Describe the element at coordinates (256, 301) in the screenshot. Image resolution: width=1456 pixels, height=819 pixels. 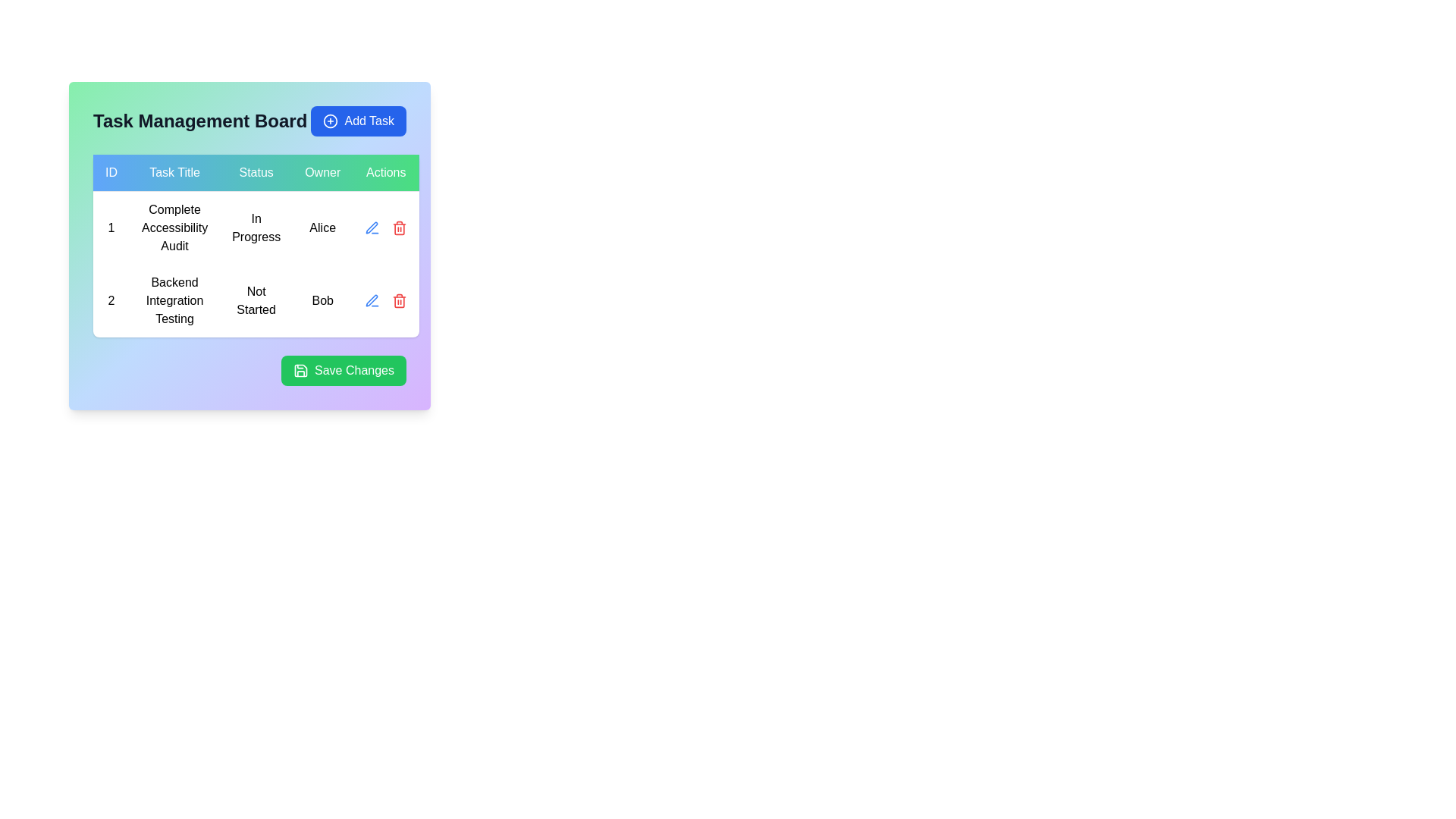
I see `the 'Not Started' text label located in the 'Status' column of the Task Management Board, which is associated with 'Backend Integration Testing'` at that location.